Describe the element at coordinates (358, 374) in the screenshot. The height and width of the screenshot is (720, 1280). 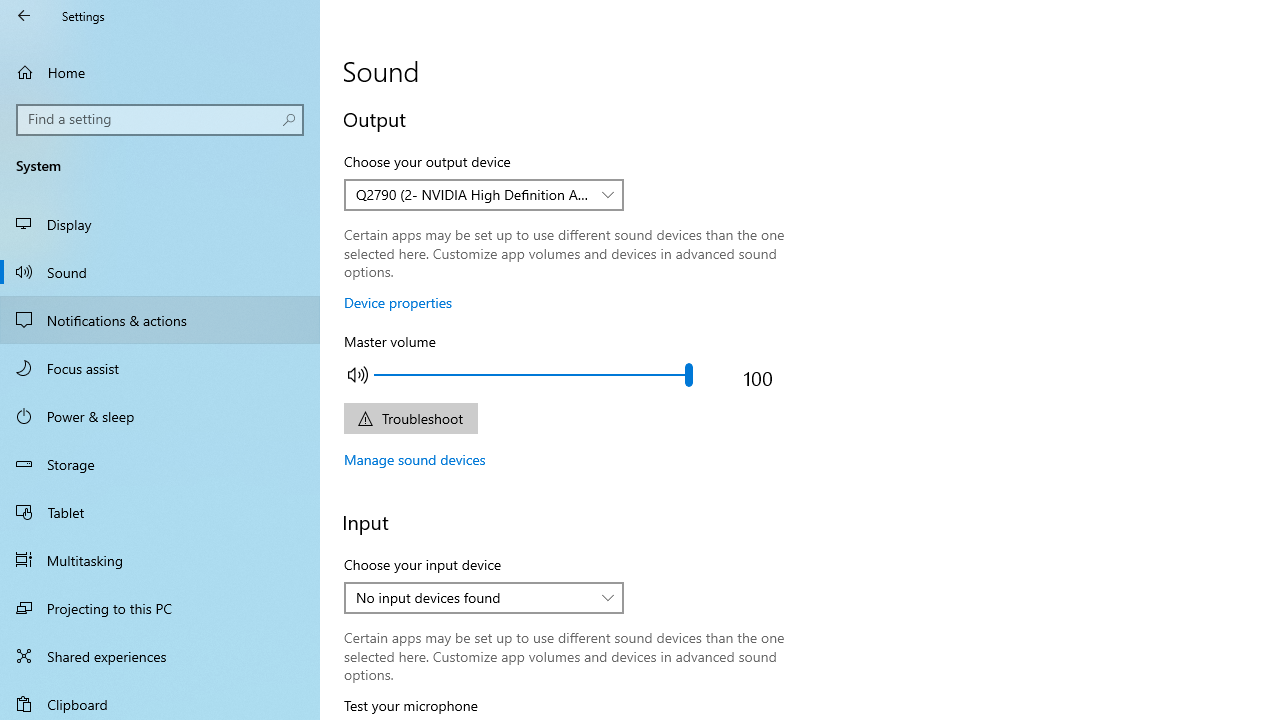
I see `'Mute master volume'` at that location.